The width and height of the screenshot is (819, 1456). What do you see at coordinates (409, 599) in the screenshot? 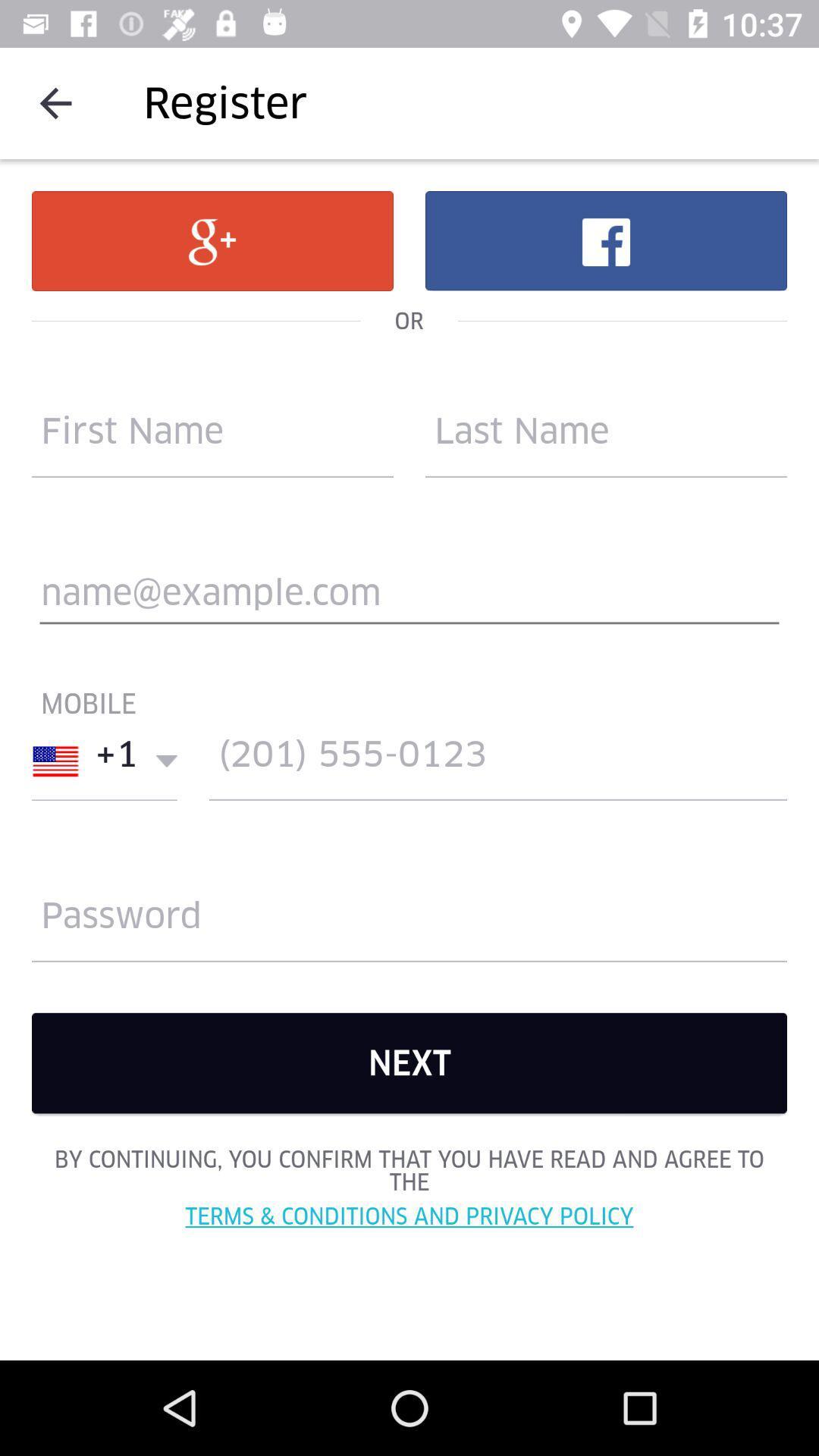
I see `text box` at bounding box center [409, 599].